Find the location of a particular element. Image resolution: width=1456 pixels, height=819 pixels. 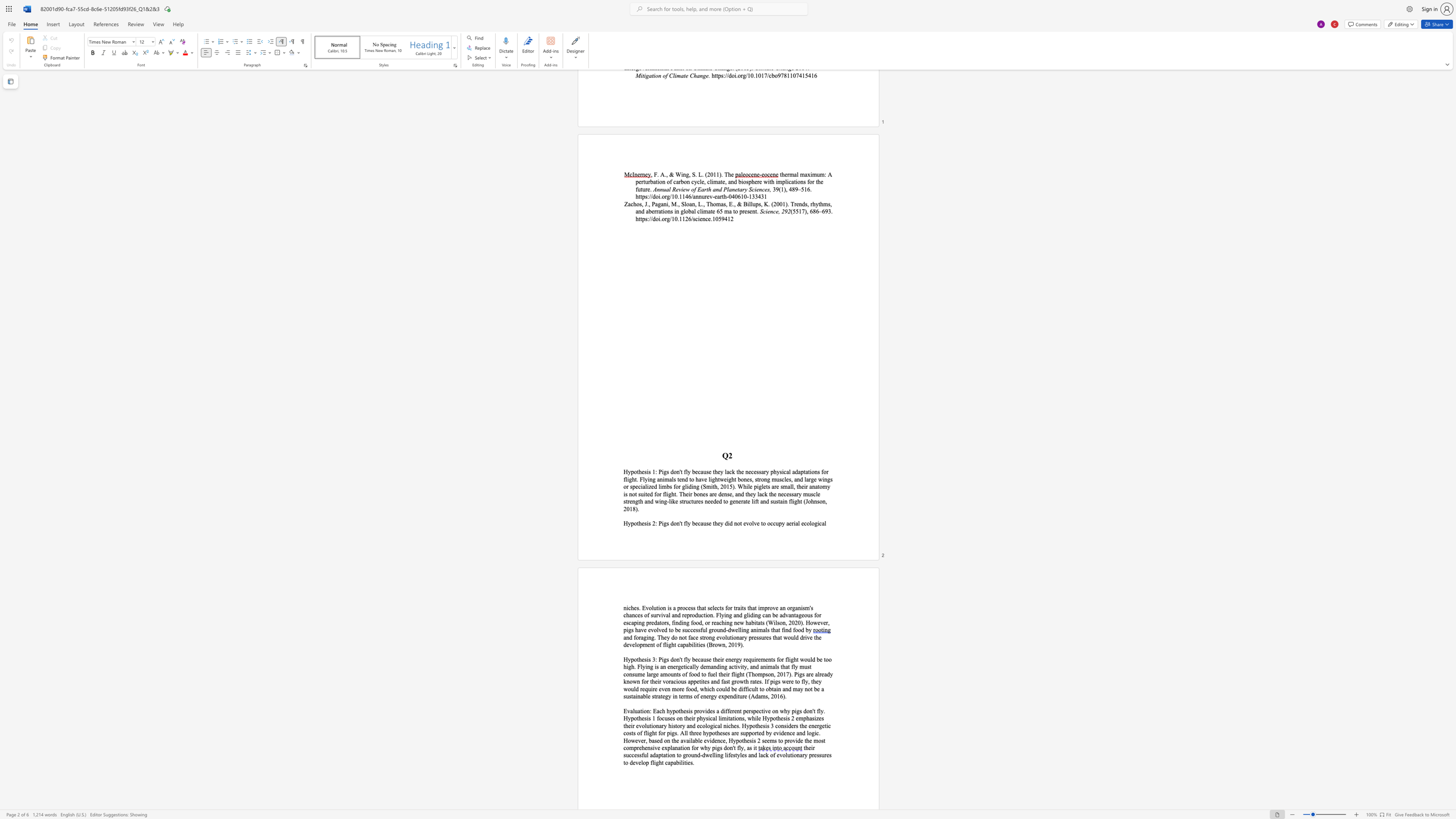

the 3th character "h" in the text is located at coordinates (625, 666).